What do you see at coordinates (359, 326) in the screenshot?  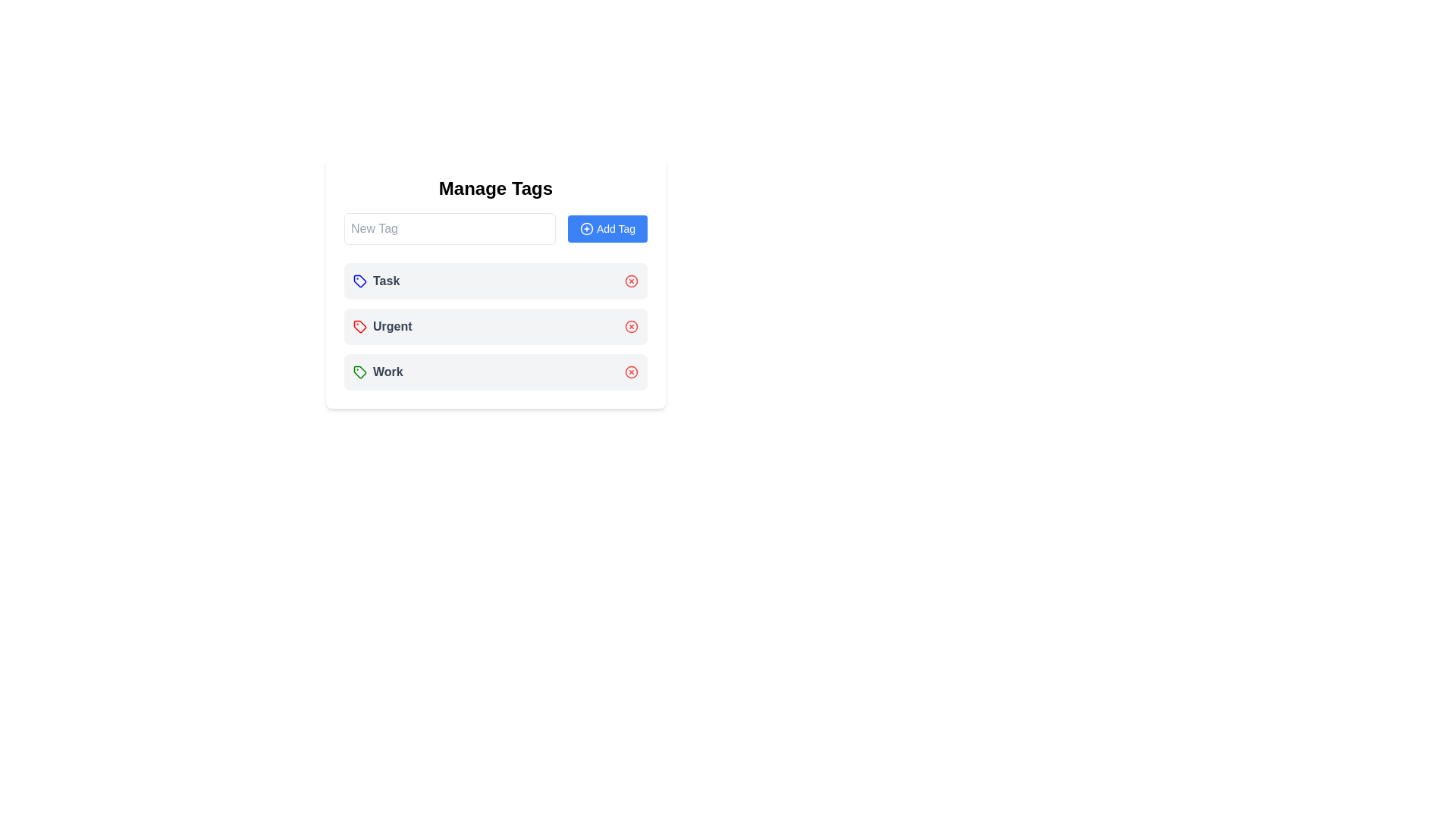 I see `the red outlined tag icon located in the second row next` at bounding box center [359, 326].